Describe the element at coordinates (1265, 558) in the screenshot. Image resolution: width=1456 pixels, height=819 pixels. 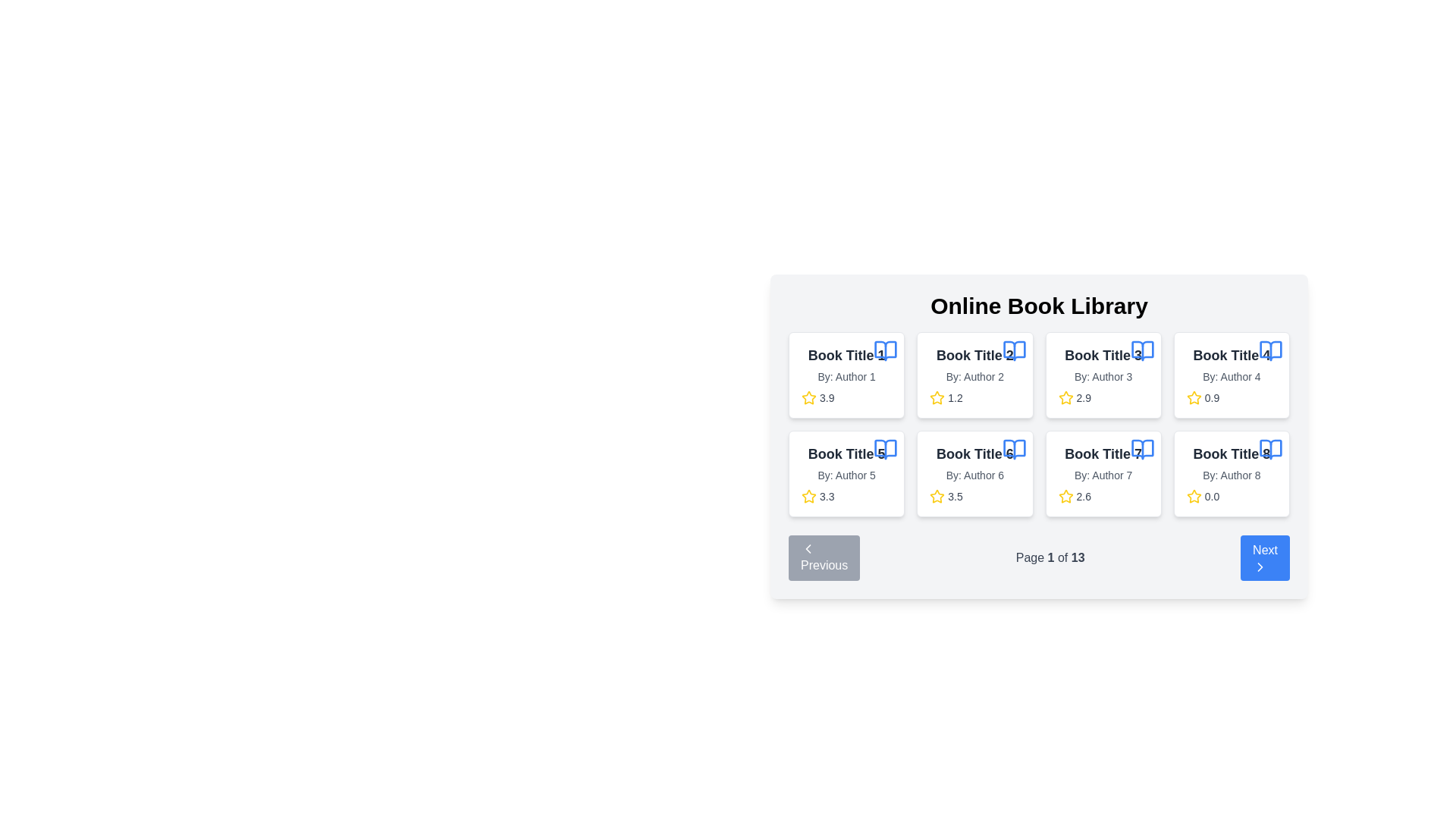
I see `the rightmost pagination button located next to the text 'Page 1 of 13'` at that location.